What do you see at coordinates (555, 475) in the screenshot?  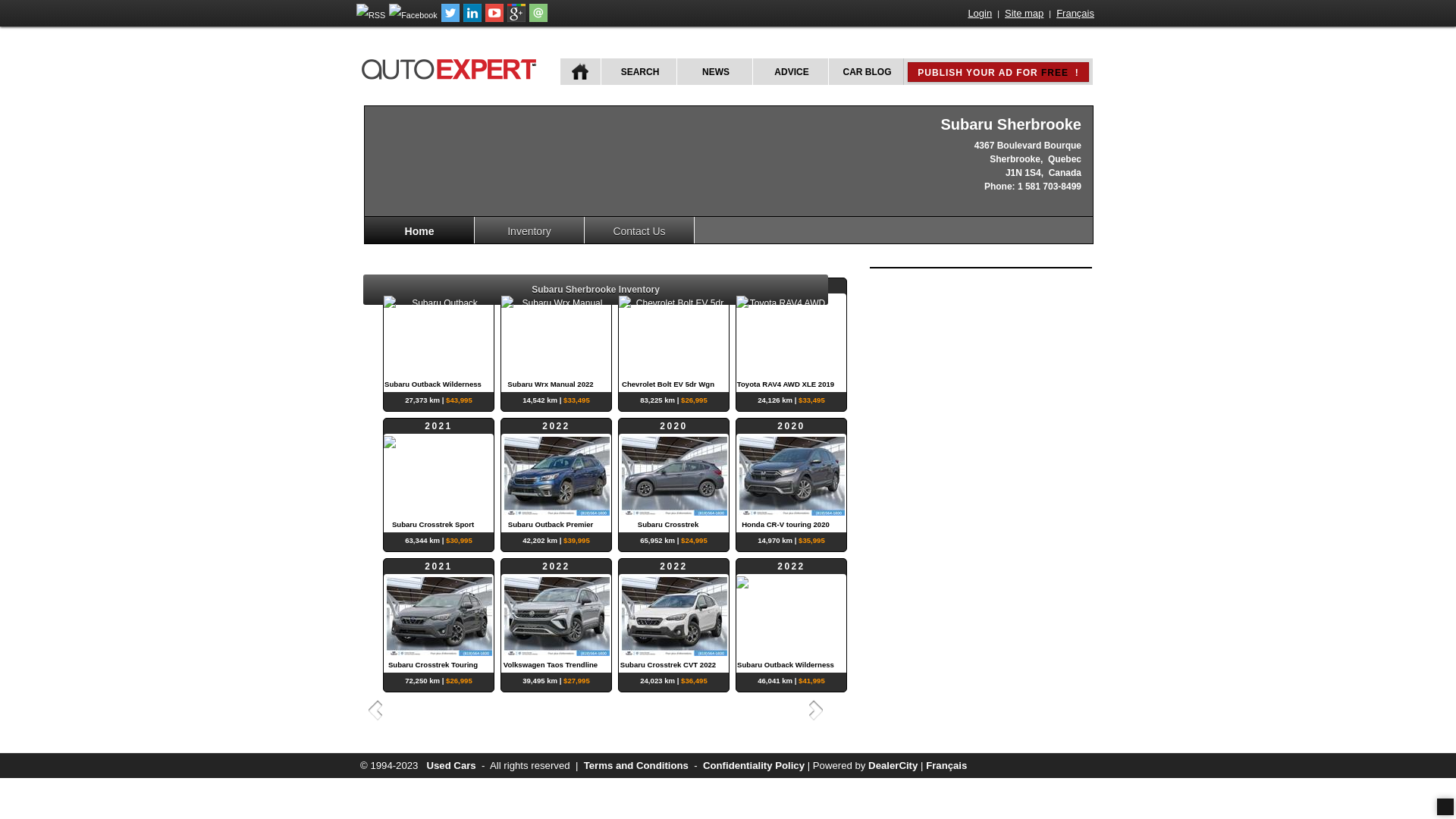 I see `'2022` at bounding box center [555, 475].